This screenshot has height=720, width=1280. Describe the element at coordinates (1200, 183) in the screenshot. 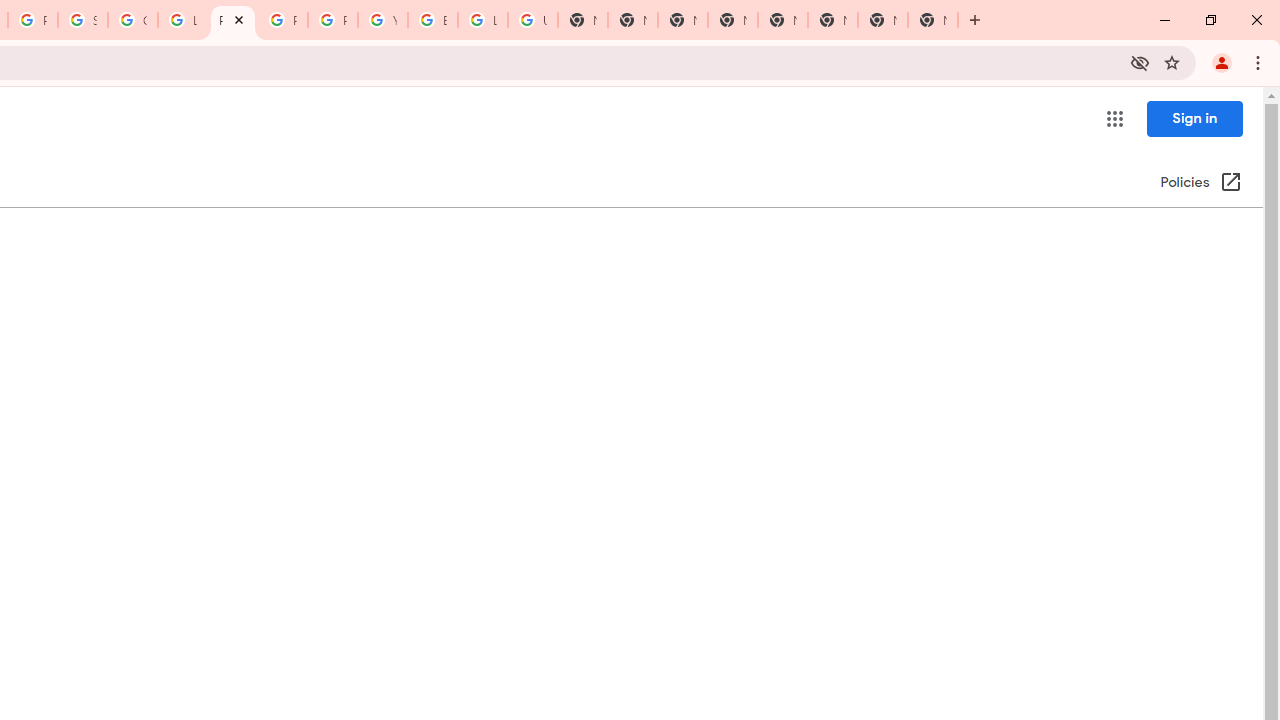

I see `'Policies (Open in a new window)'` at that location.